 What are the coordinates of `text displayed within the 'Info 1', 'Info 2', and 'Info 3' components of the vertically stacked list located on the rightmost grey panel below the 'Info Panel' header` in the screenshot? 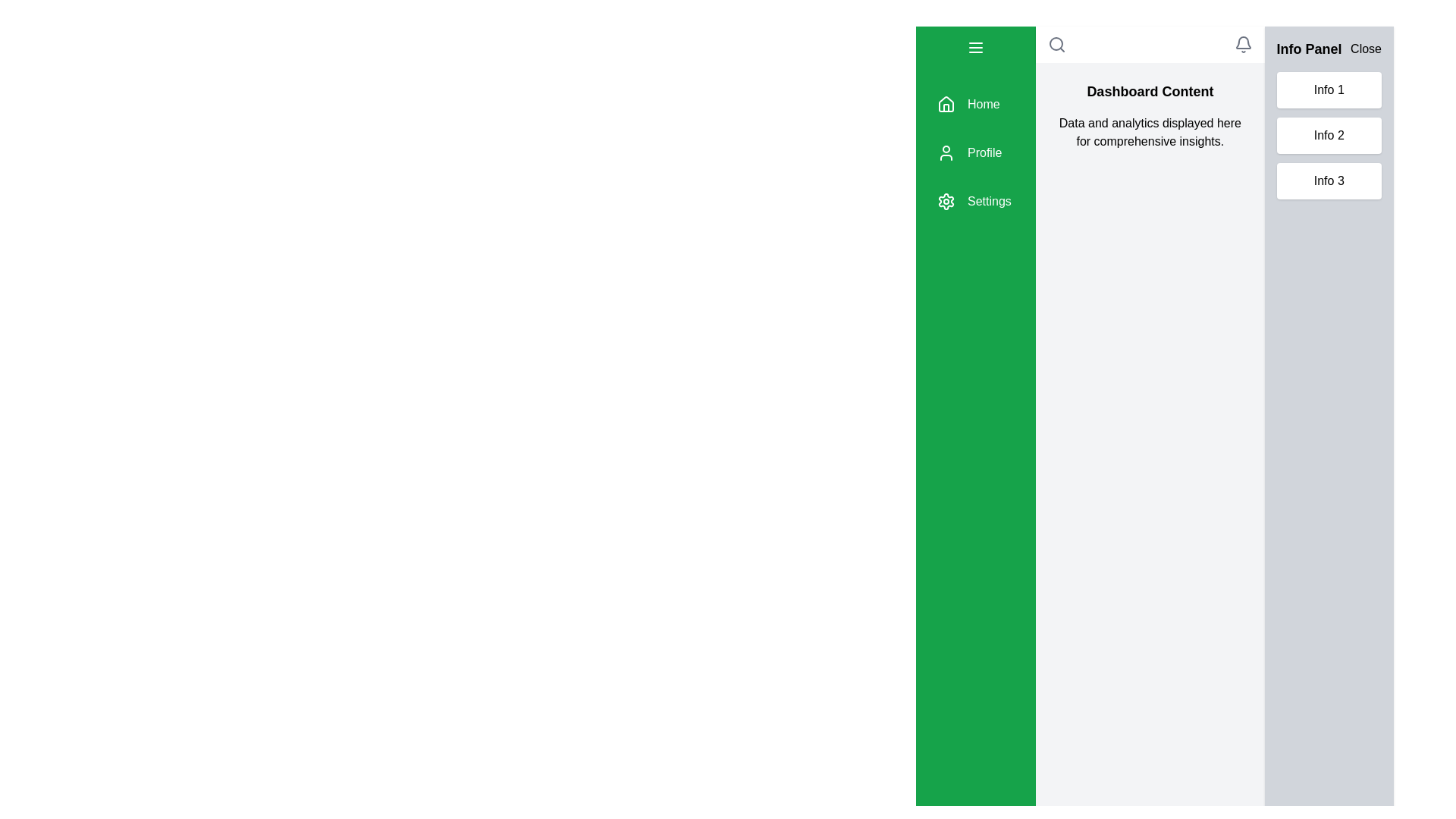 It's located at (1328, 134).